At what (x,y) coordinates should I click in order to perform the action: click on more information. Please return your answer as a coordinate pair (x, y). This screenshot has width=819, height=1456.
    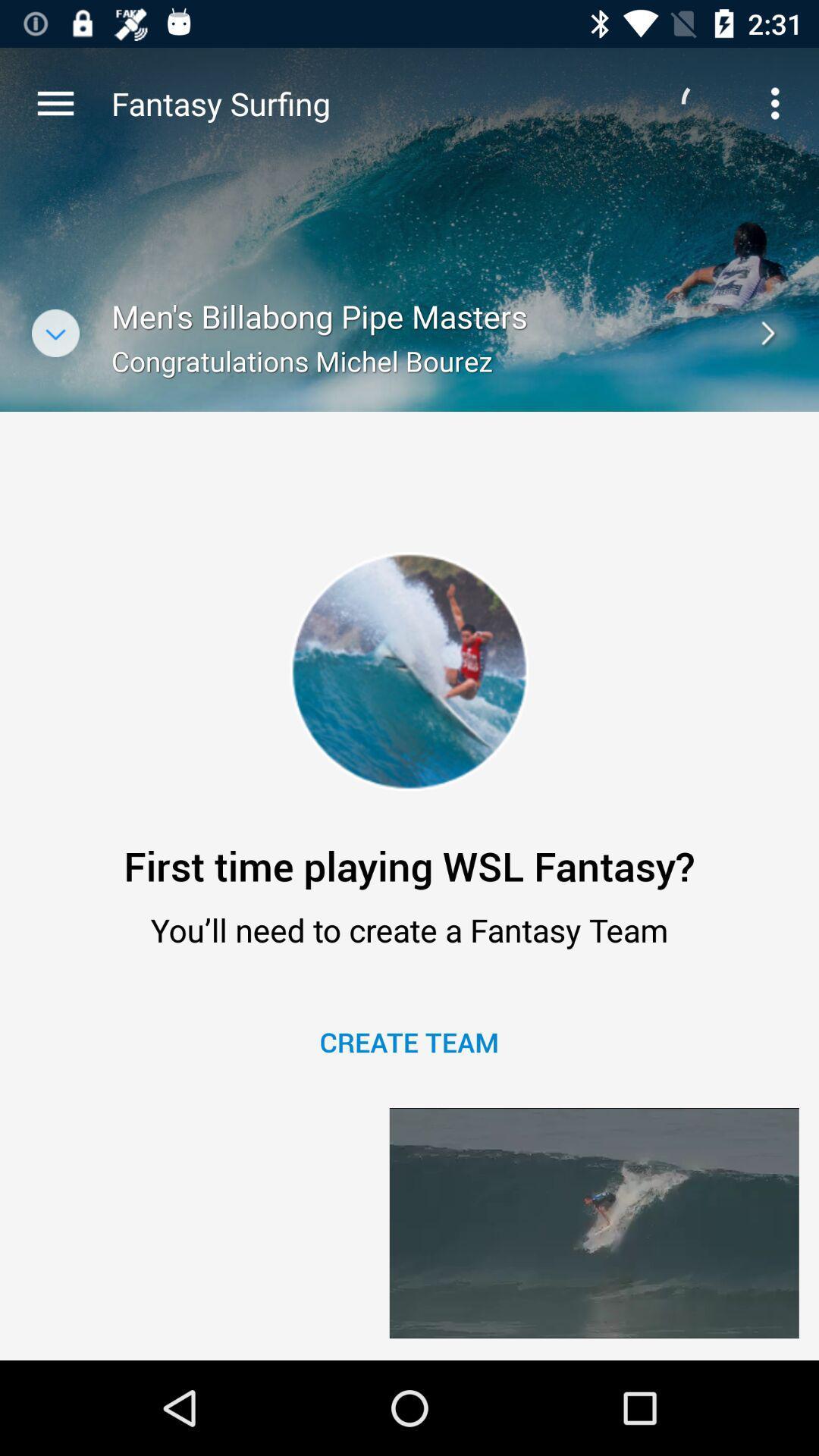
    Looking at the image, I should click on (55, 332).